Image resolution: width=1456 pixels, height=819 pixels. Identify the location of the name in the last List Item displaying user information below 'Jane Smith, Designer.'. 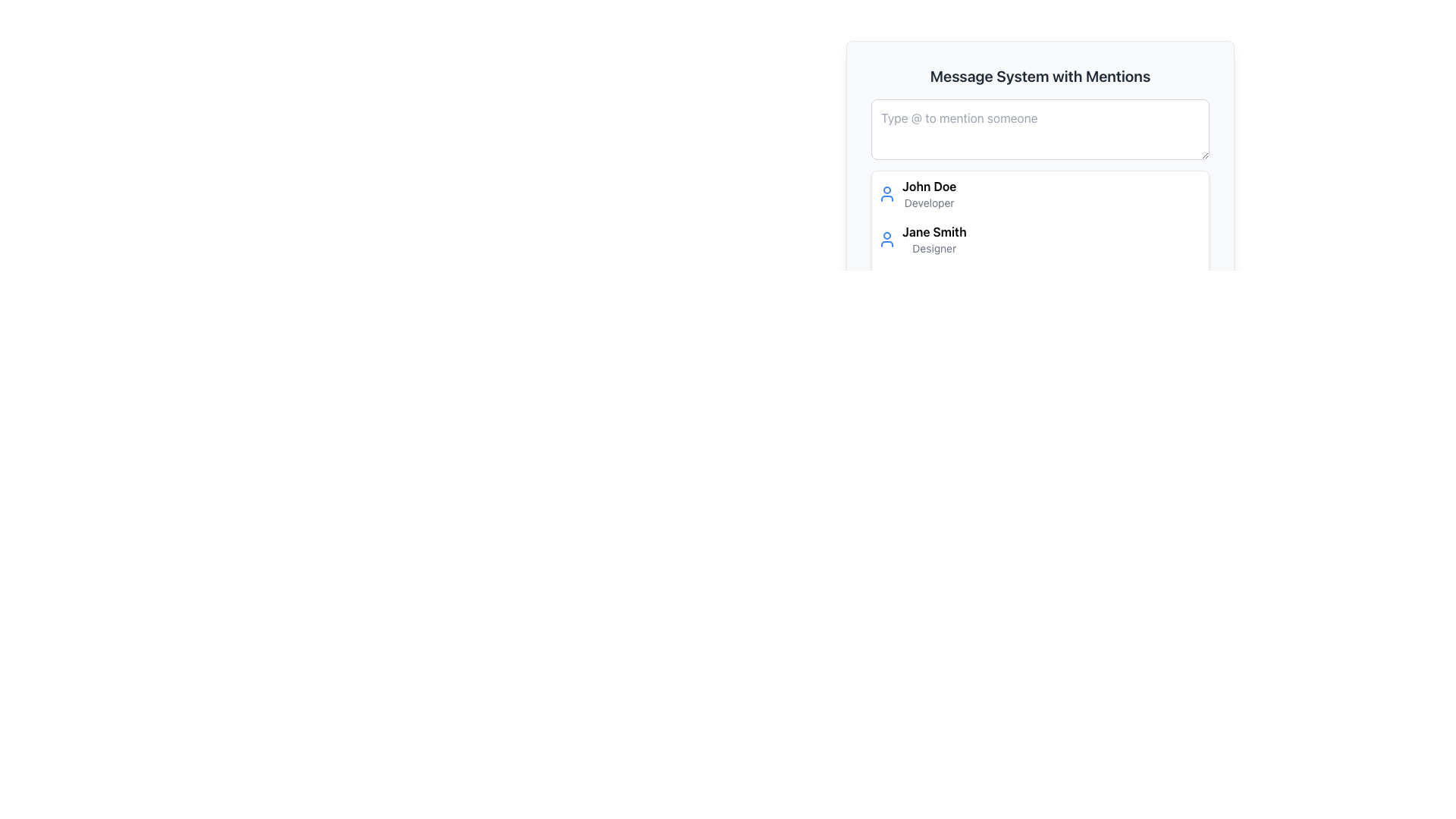
(935, 284).